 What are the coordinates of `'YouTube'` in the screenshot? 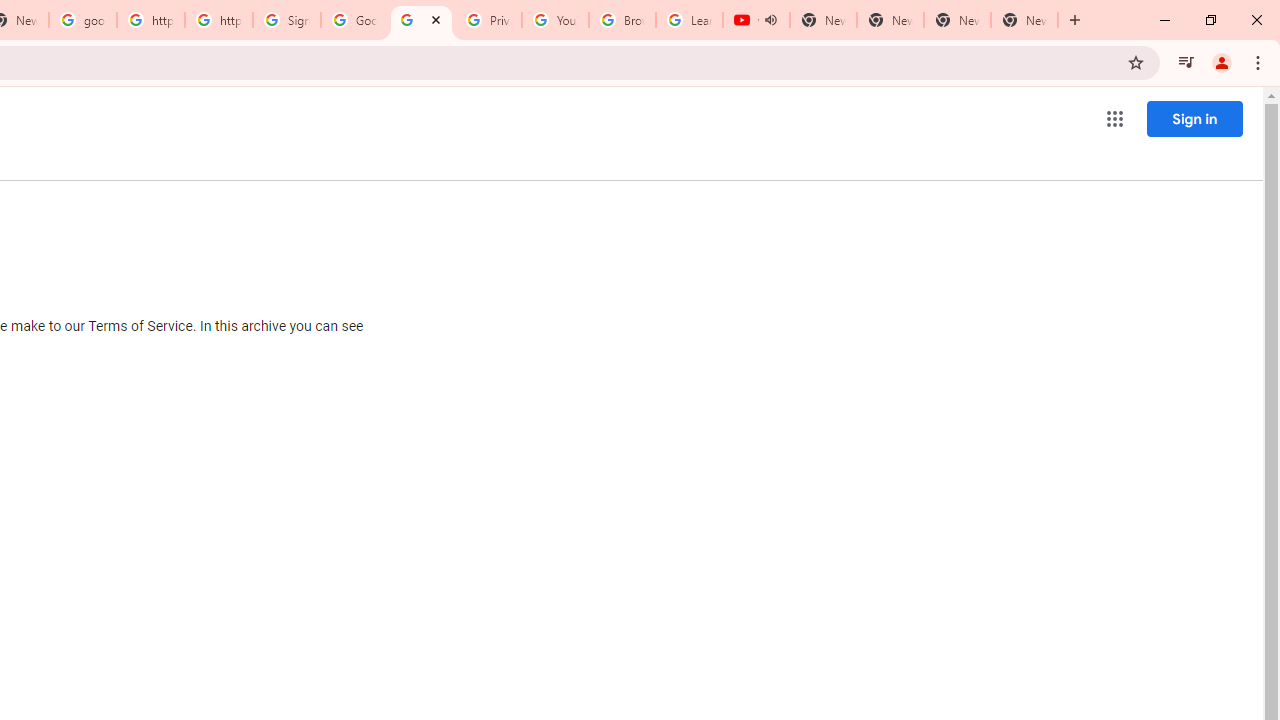 It's located at (555, 20).